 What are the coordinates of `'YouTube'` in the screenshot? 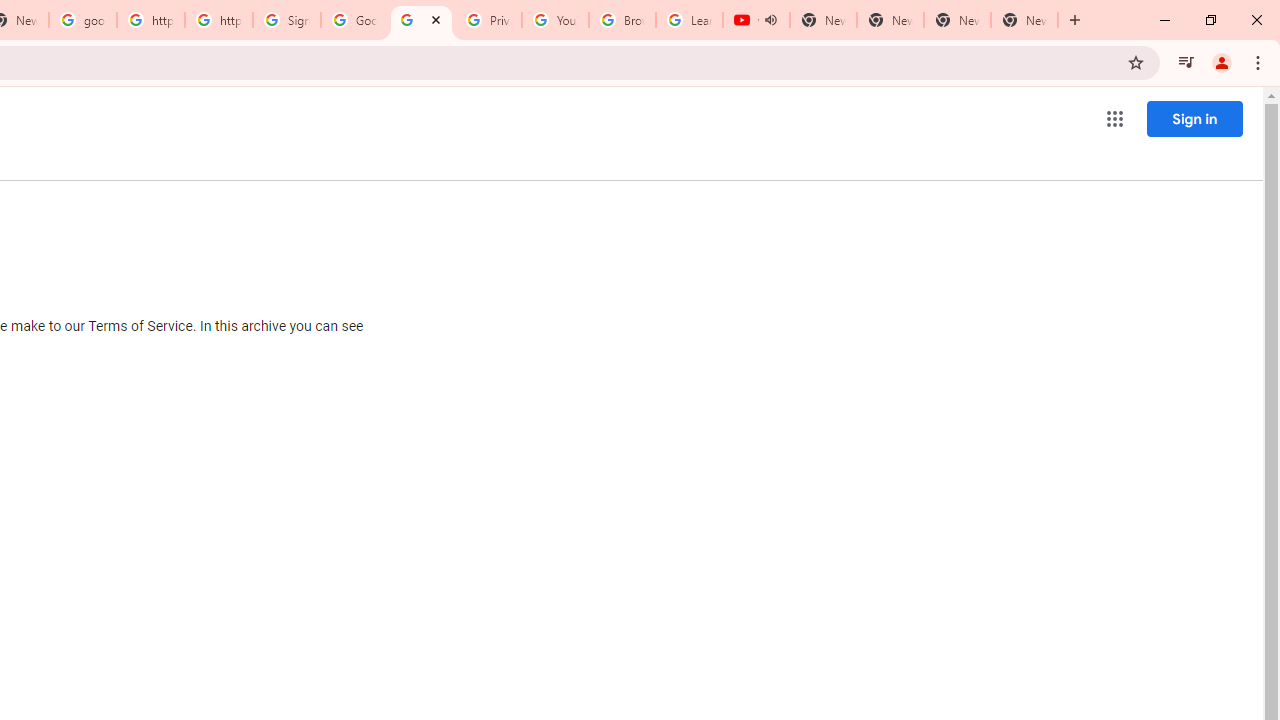 It's located at (555, 20).